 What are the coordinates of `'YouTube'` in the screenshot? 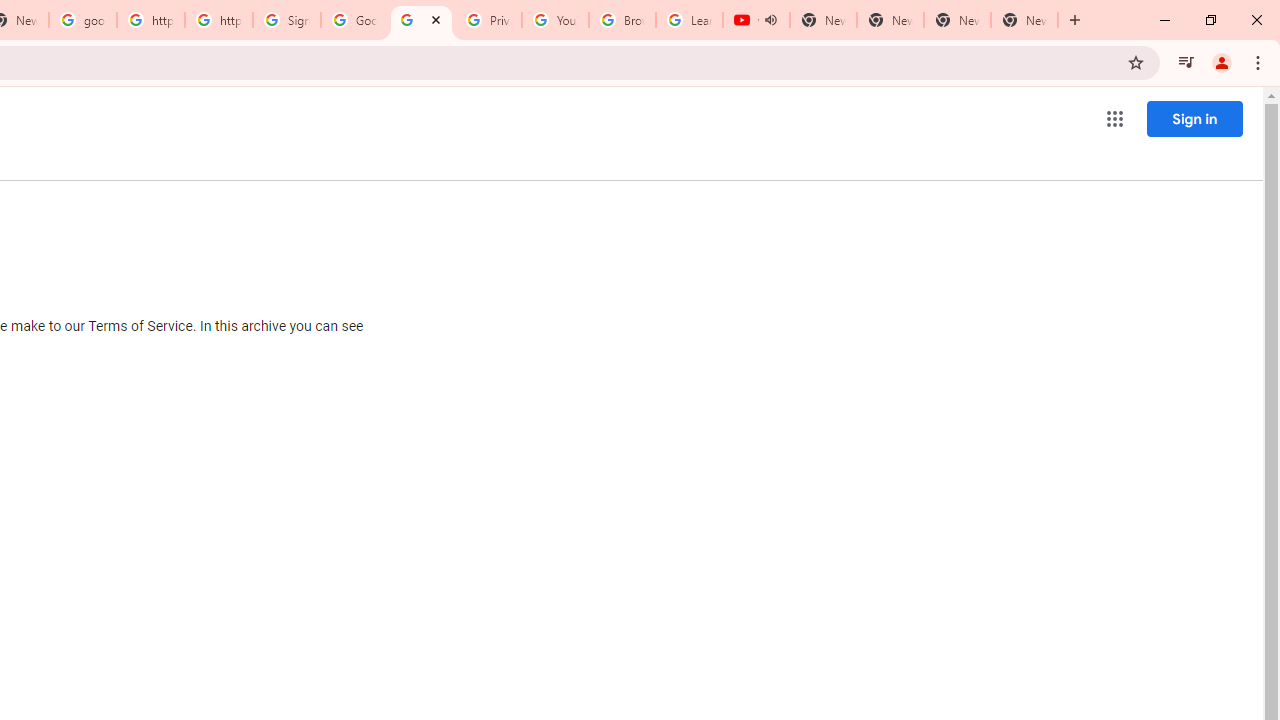 It's located at (555, 20).